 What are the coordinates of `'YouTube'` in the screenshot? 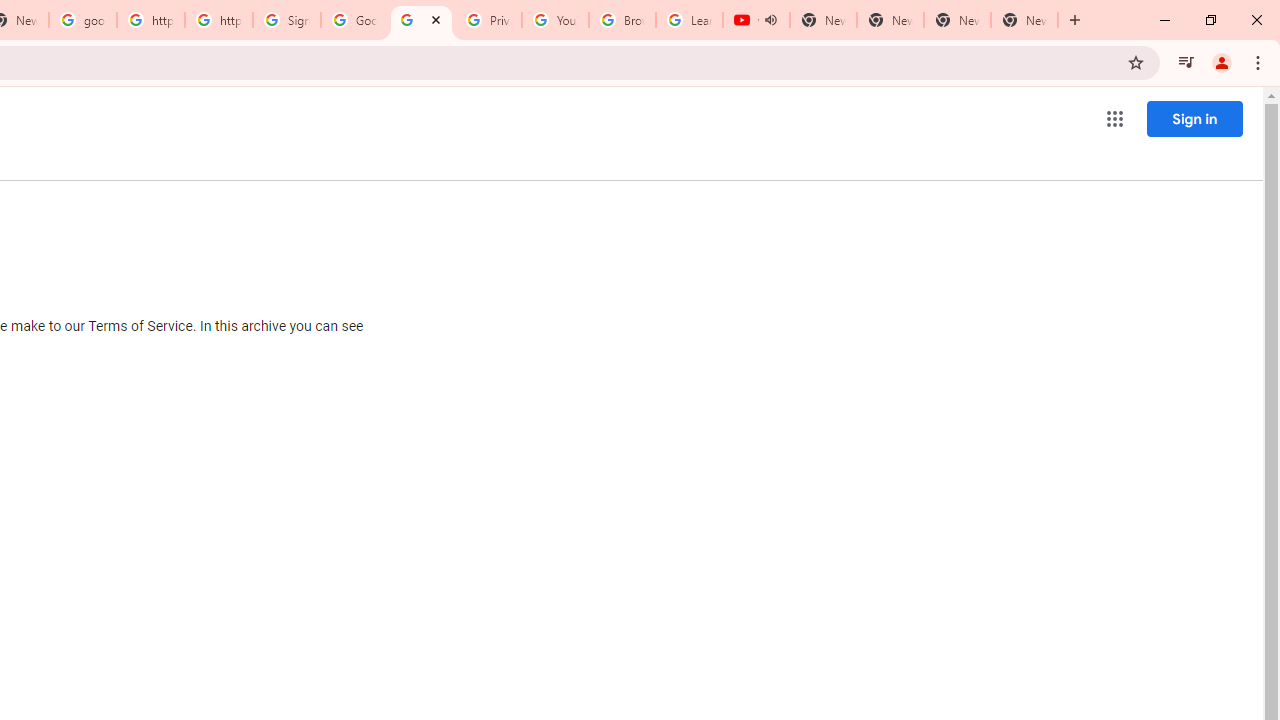 It's located at (555, 20).